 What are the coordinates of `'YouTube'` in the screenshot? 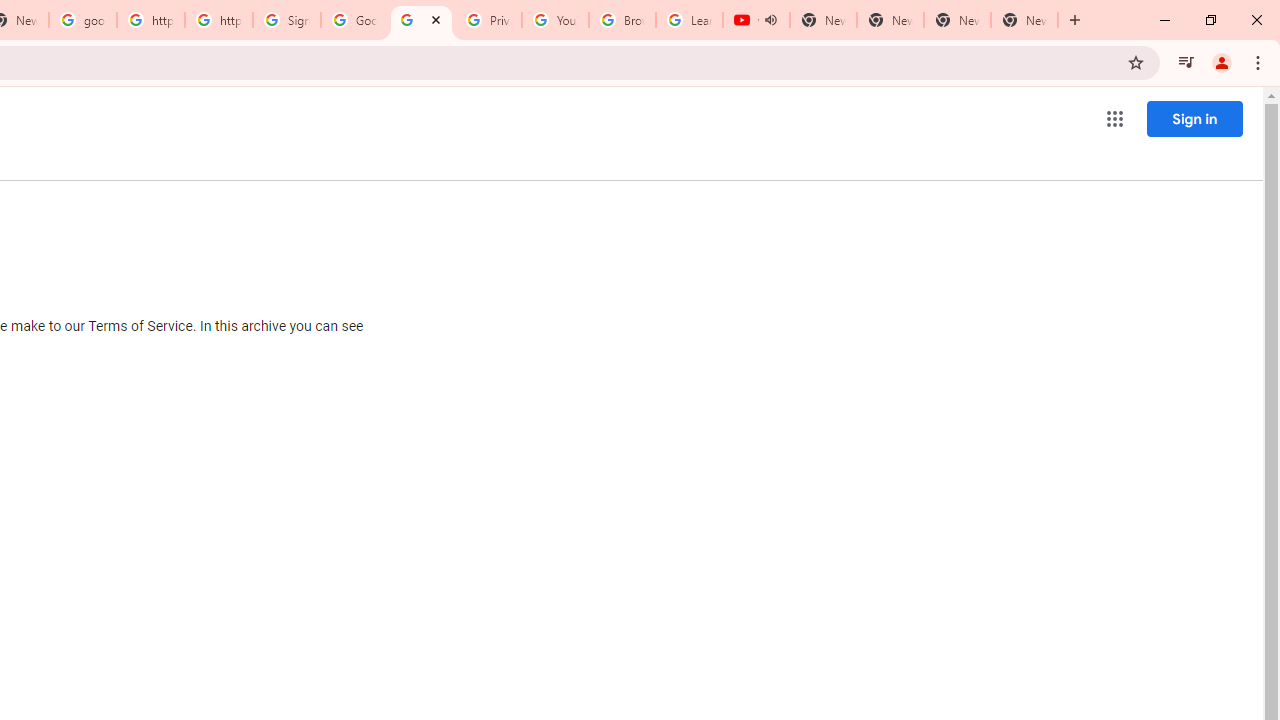 It's located at (555, 20).